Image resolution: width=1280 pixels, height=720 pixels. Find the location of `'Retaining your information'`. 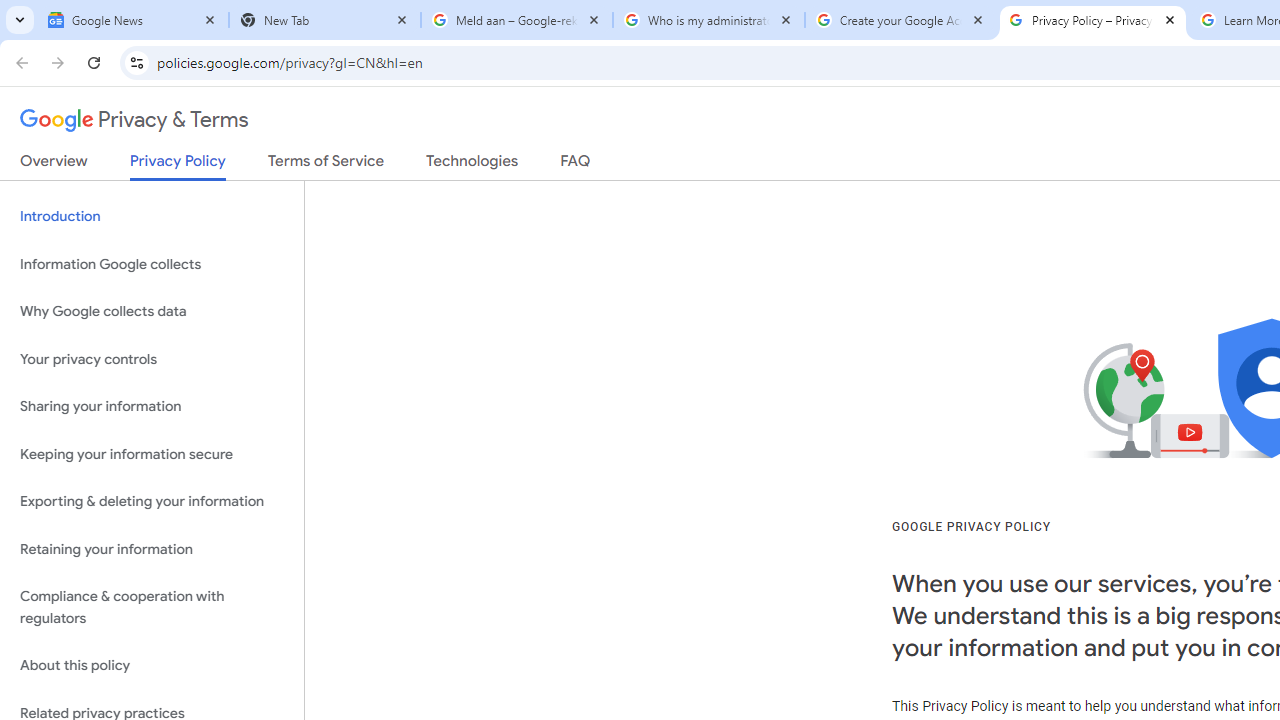

'Retaining your information' is located at coordinates (151, 549).